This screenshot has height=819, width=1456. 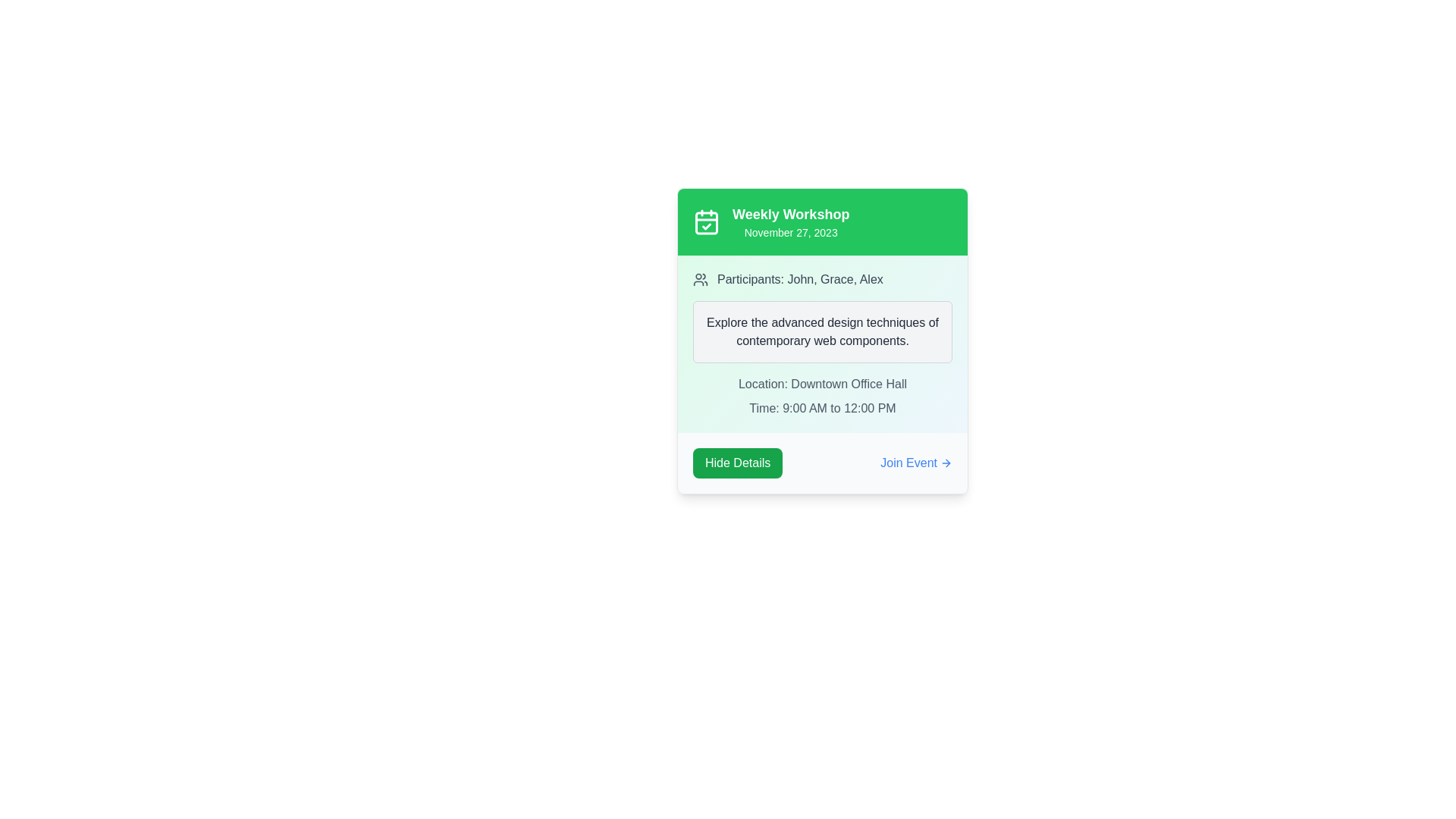 What do you see at coordinates (946, 462) in the screenshot?
I see `the rightward-pointing arrow icon that is part of the clickable text link 'Join Event' located at the bottom right of the card` at bounding box center [946, 462].